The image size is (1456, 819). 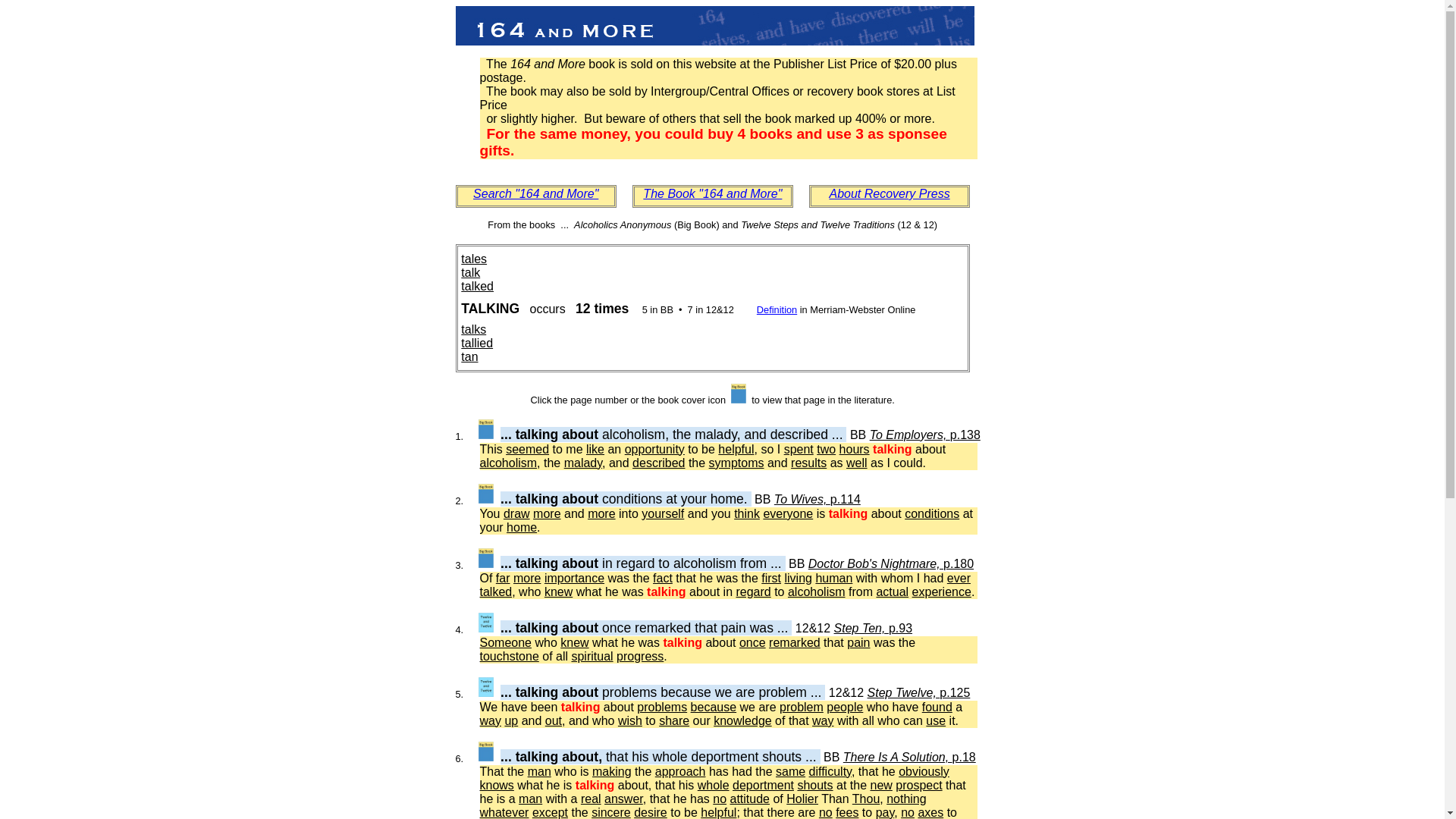 I want to click on 'opportunity', so click(x=654, y=448).